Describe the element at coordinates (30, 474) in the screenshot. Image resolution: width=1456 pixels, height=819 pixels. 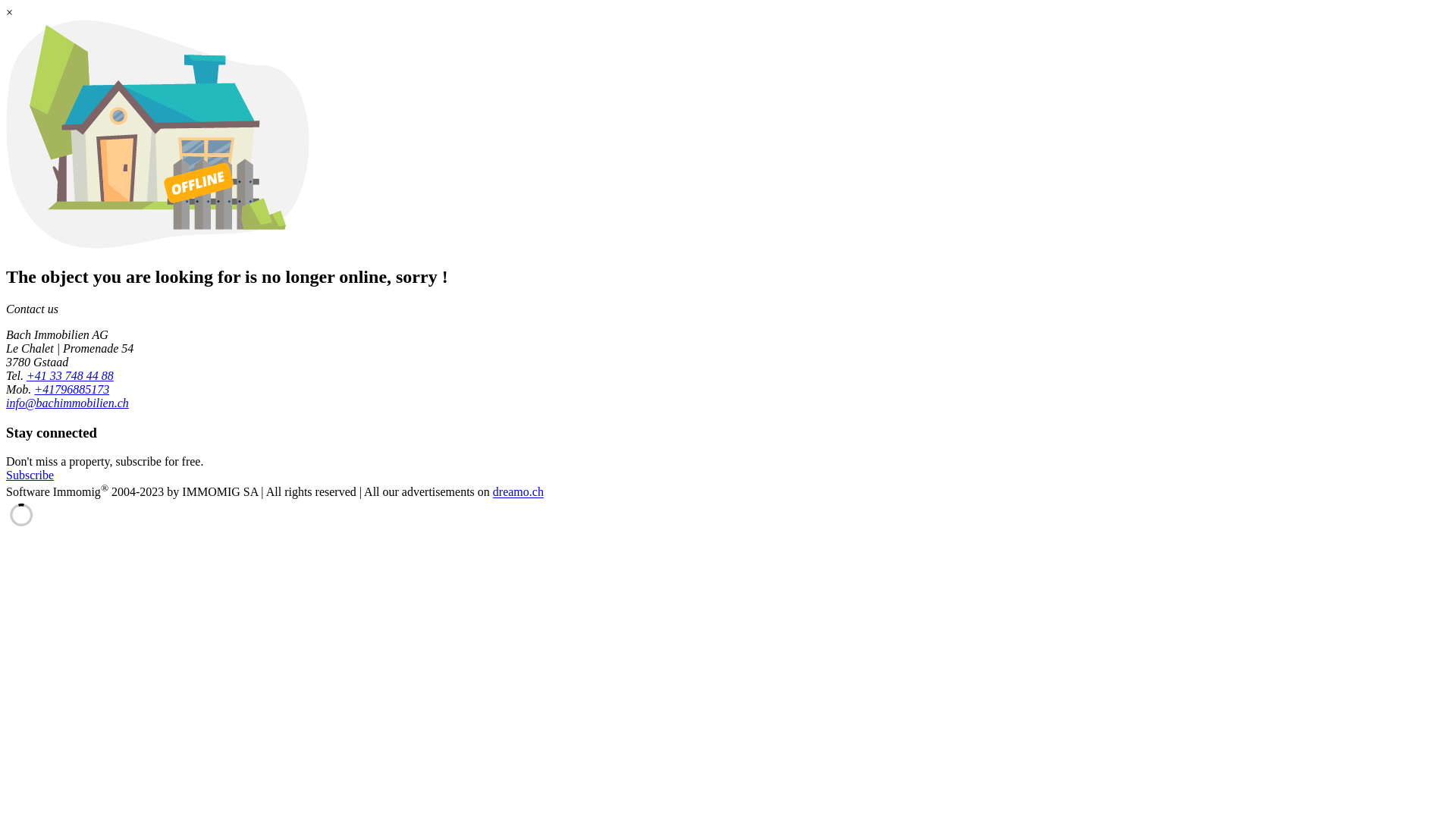
I see `'Subscribe'` at that location.